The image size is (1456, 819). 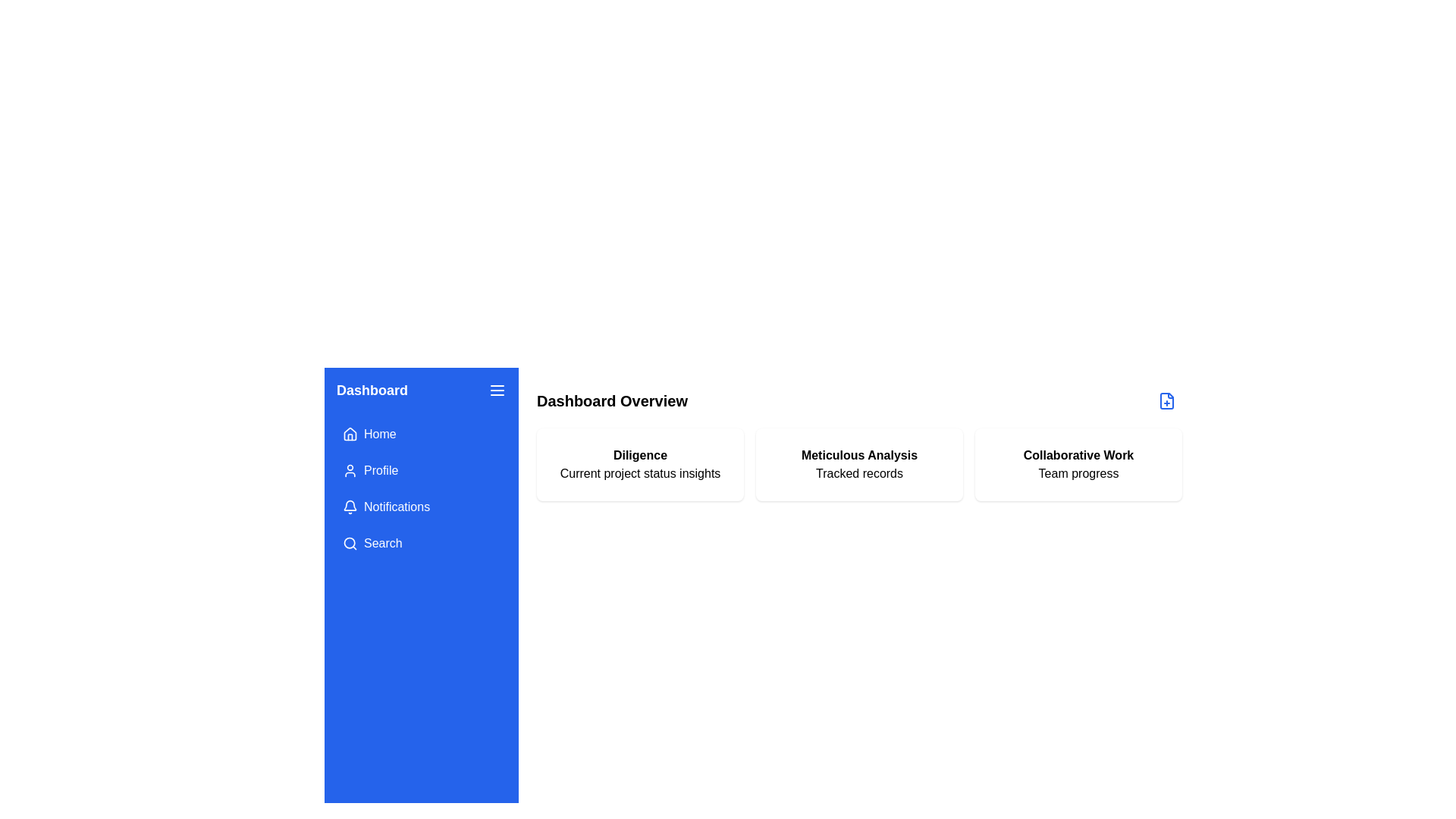 What do you see at coordinates (859, 464) in the screenshot?
I see `the Informational Card that provides insights related to 'Meticulous Analysis' and 'Tracked records', located in the middle column of the grid layout` at bounding box center [859, 464].